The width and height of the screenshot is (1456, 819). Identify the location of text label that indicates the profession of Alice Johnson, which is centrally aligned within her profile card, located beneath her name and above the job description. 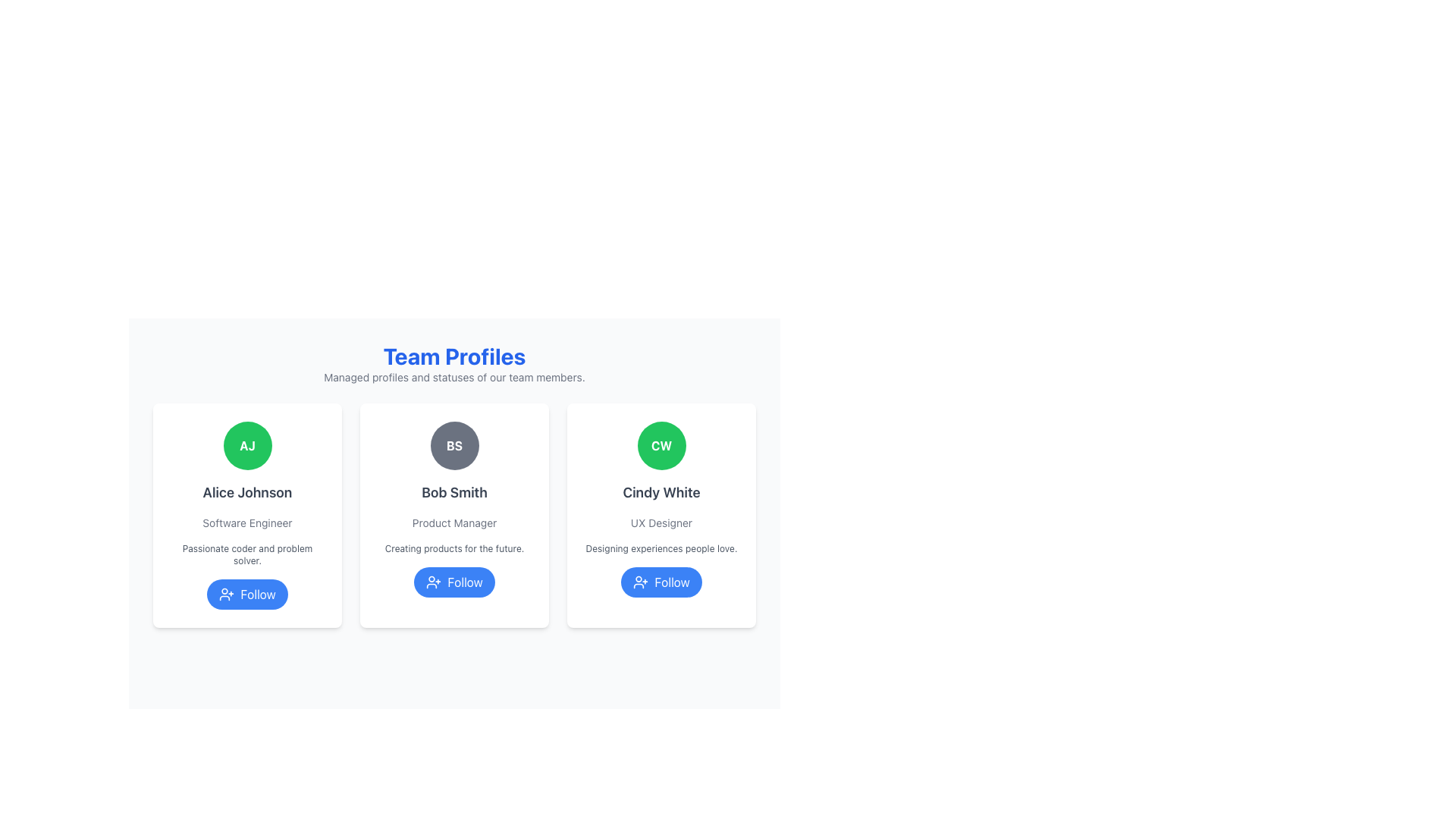
(247, 522).